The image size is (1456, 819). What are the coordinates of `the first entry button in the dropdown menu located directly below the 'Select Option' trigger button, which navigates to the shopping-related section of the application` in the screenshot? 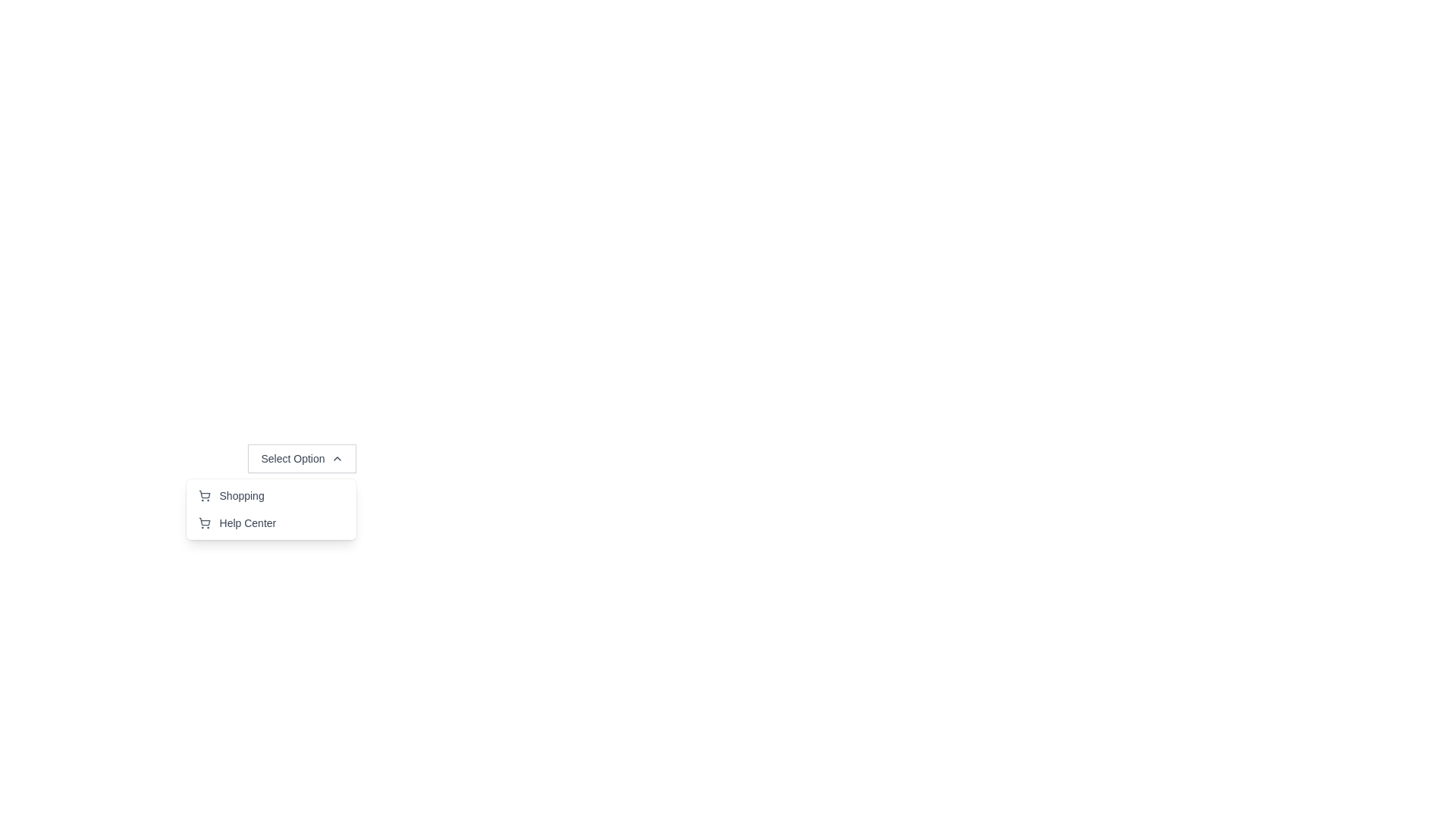 It's located at (231, 496).